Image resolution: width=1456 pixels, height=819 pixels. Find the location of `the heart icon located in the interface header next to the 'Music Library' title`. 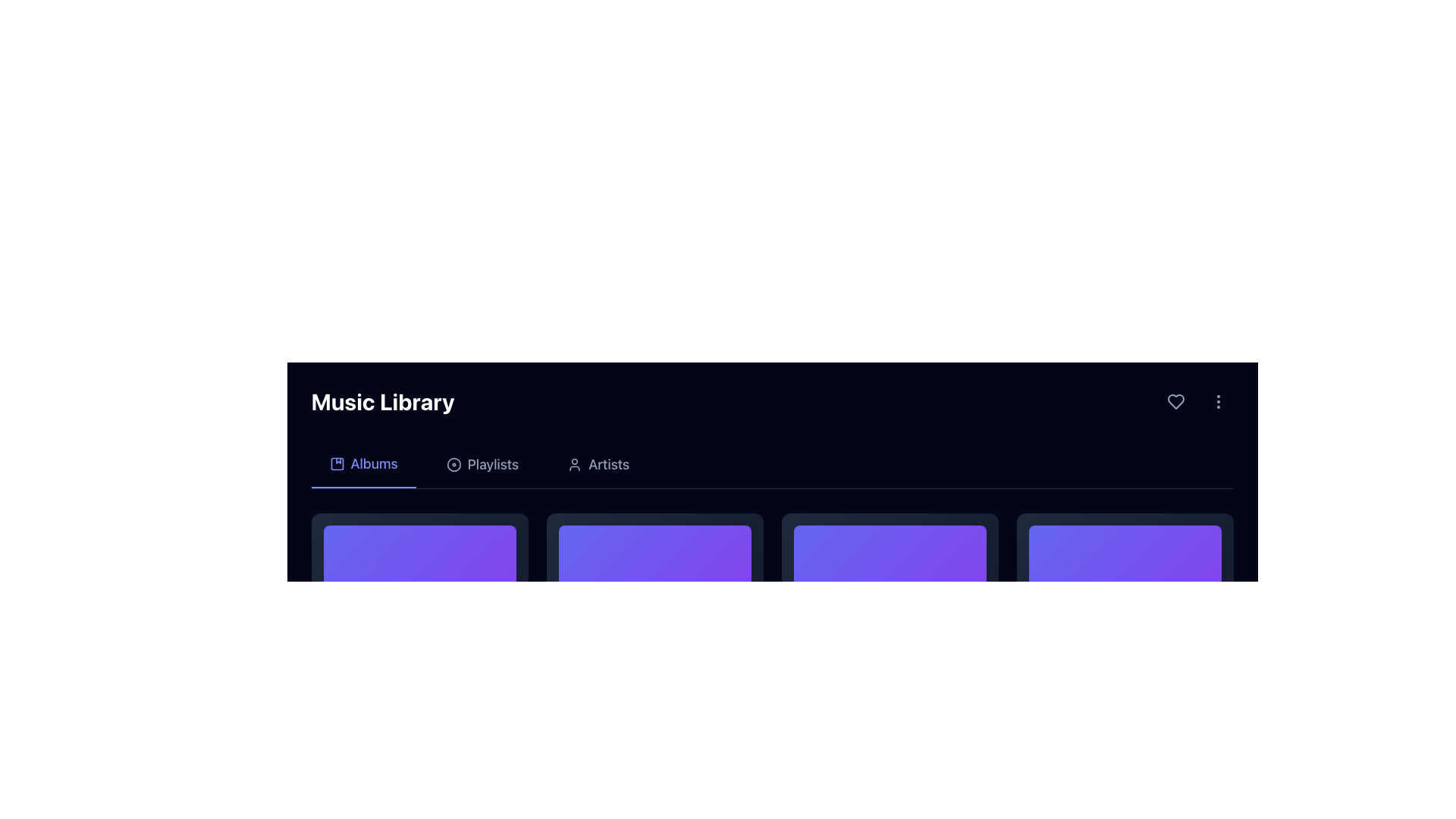

the heart icon located in the interface header next to the 'Music Library' title is located at coordinates (1175, 400).